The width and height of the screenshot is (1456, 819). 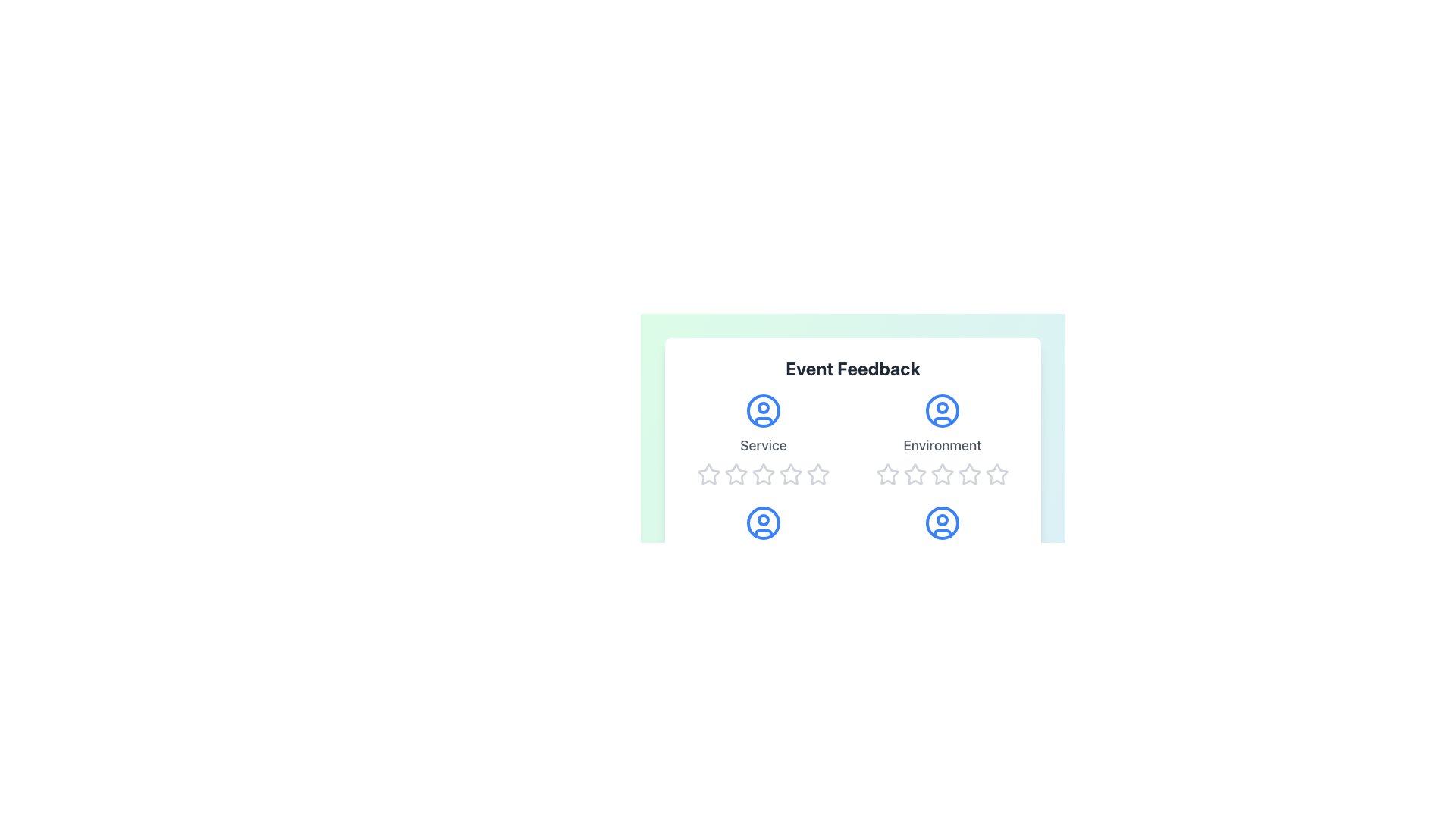 I want to click on the second star in the rating input under the 'Service' label in the 'Event Feedback' section, so click(x=736, y=473).